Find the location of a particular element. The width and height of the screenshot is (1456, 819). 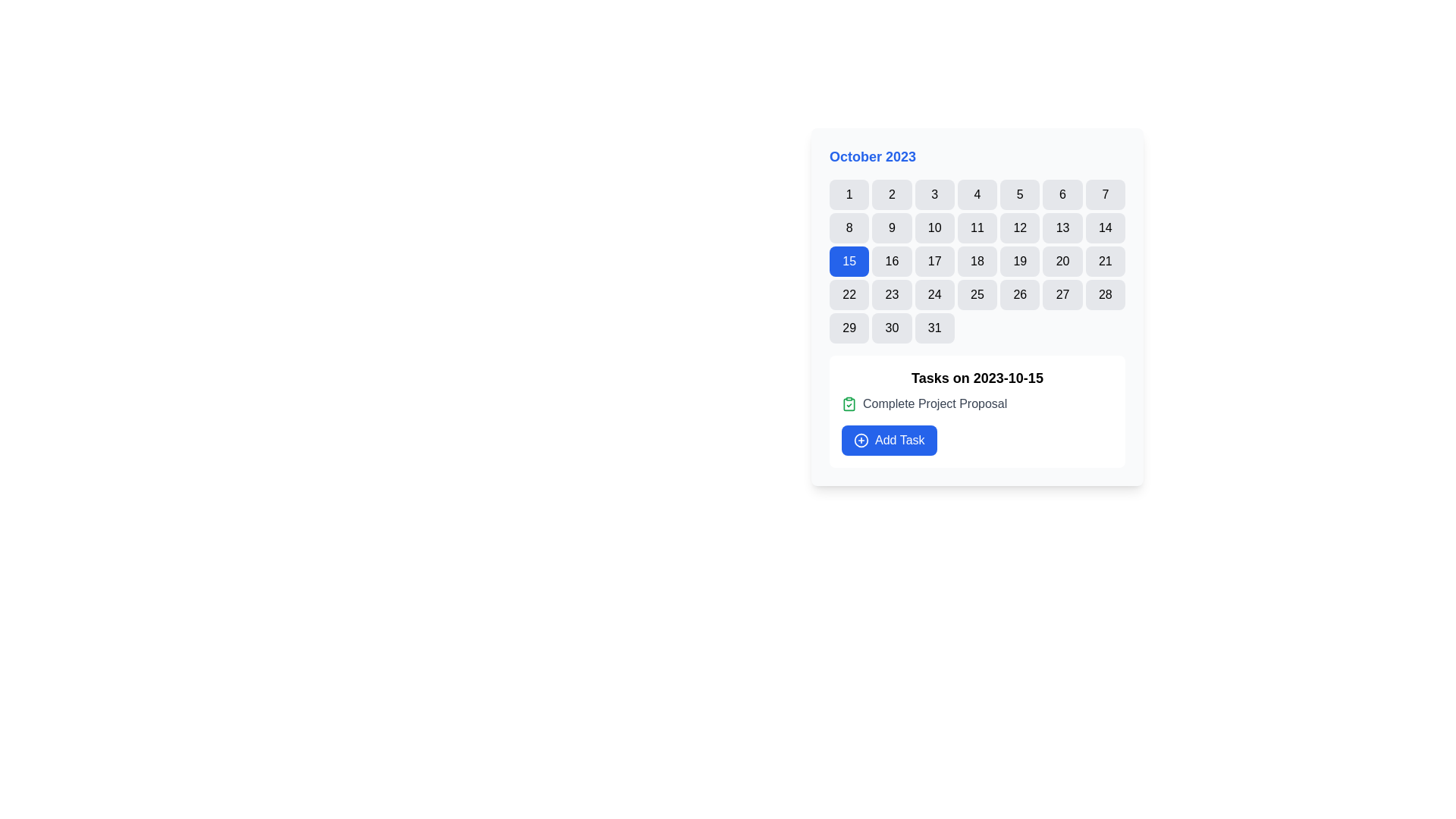

the button representing the date '19' in the calendar interface is located at coordinates (1020, 260).